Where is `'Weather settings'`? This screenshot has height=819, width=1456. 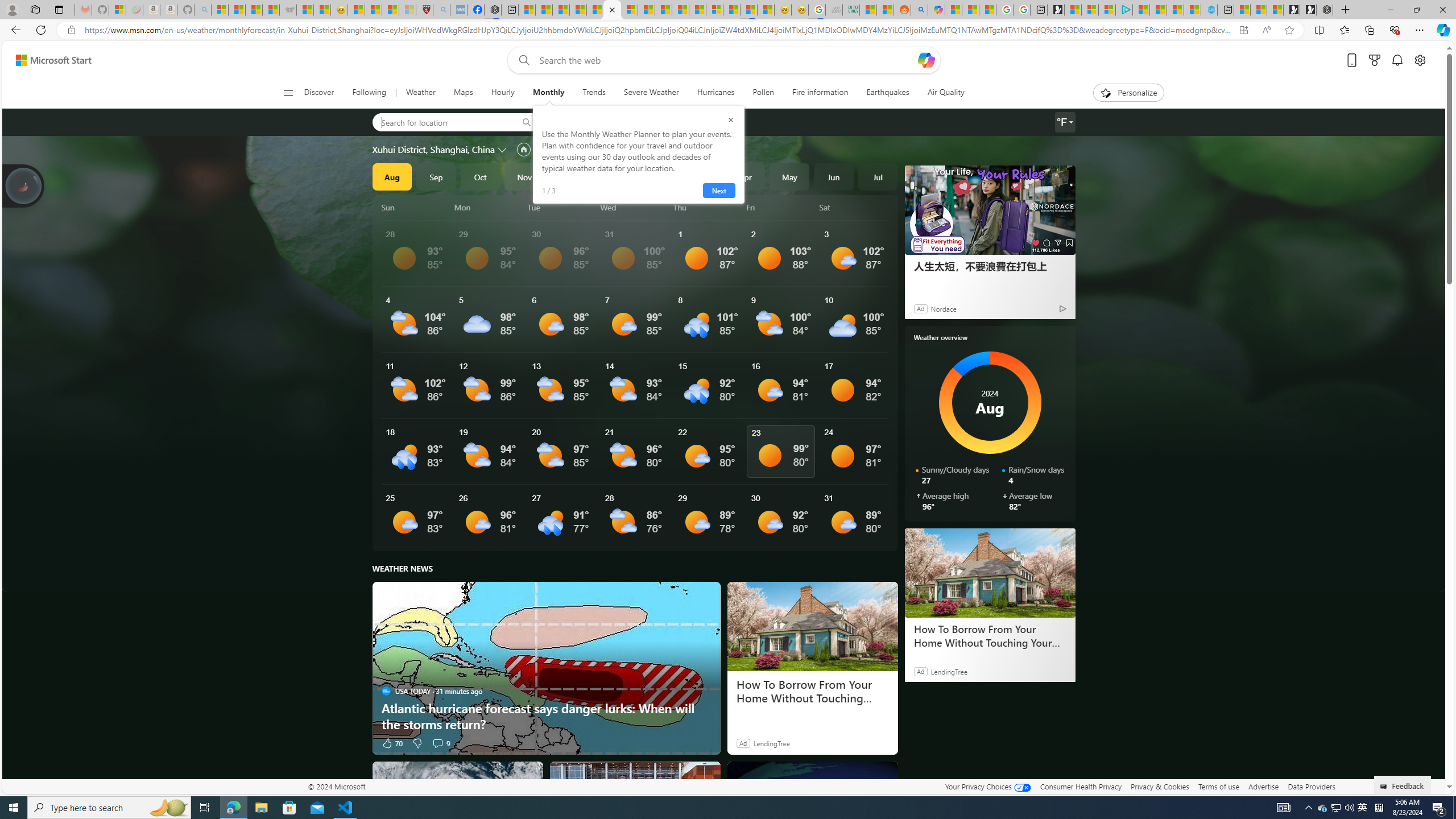 'Weather settings' is located at coordinates (1064, 122).